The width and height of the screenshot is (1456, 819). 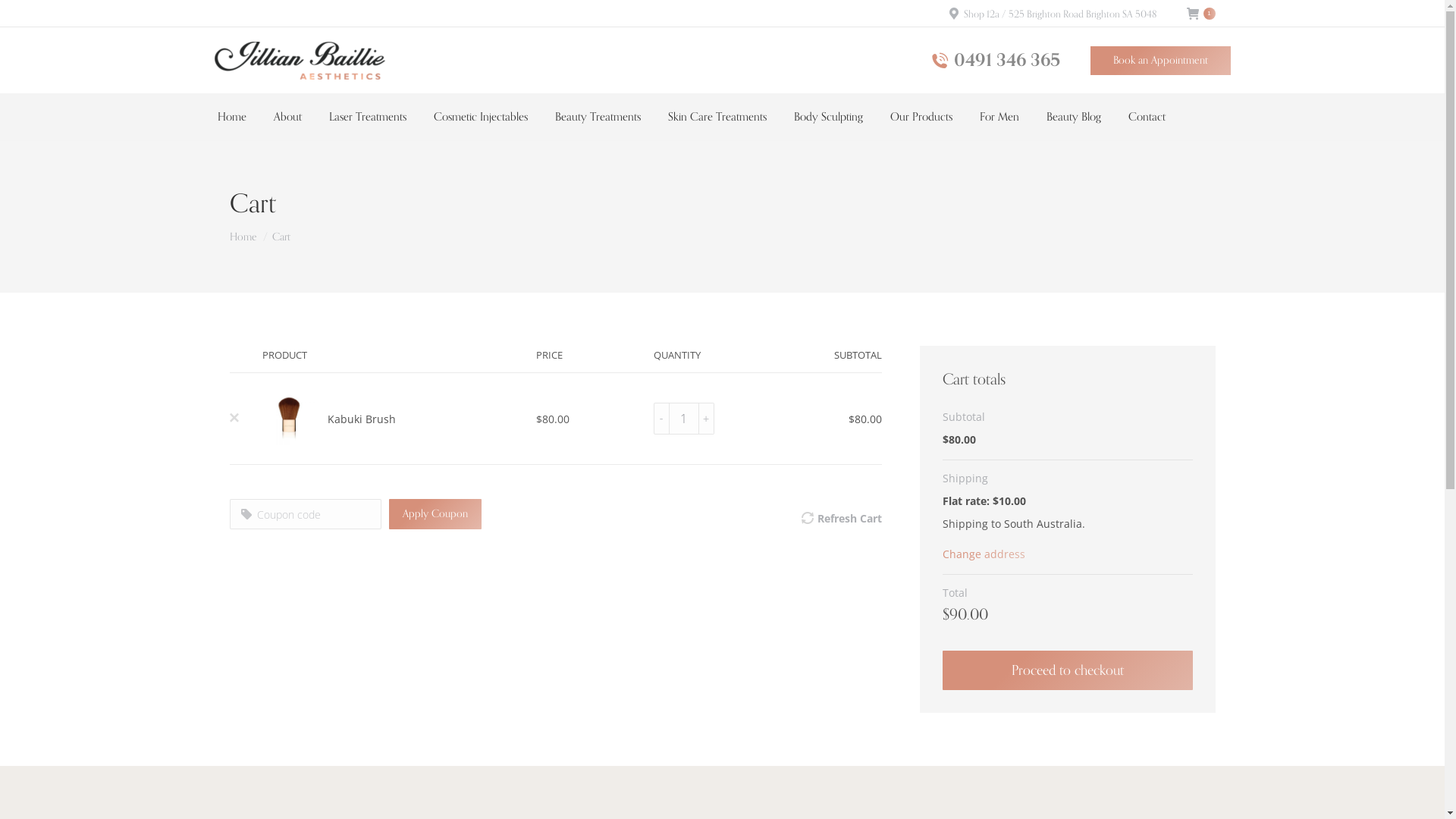 What do you see at coordinates (920, 116) in the screenshot?
I see `'Our Products'` at bounding box center [920, 116].